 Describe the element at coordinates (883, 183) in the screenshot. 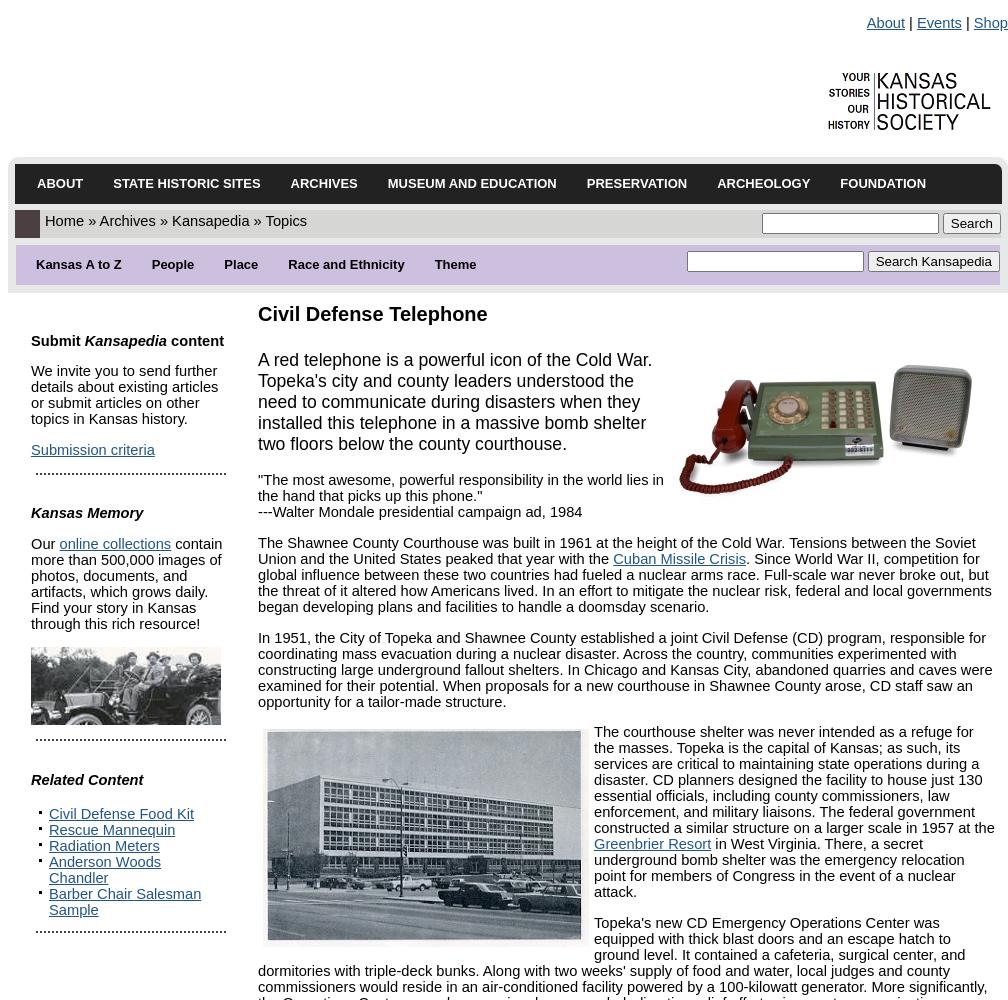

I see `'FOUNDATION'` at that location.